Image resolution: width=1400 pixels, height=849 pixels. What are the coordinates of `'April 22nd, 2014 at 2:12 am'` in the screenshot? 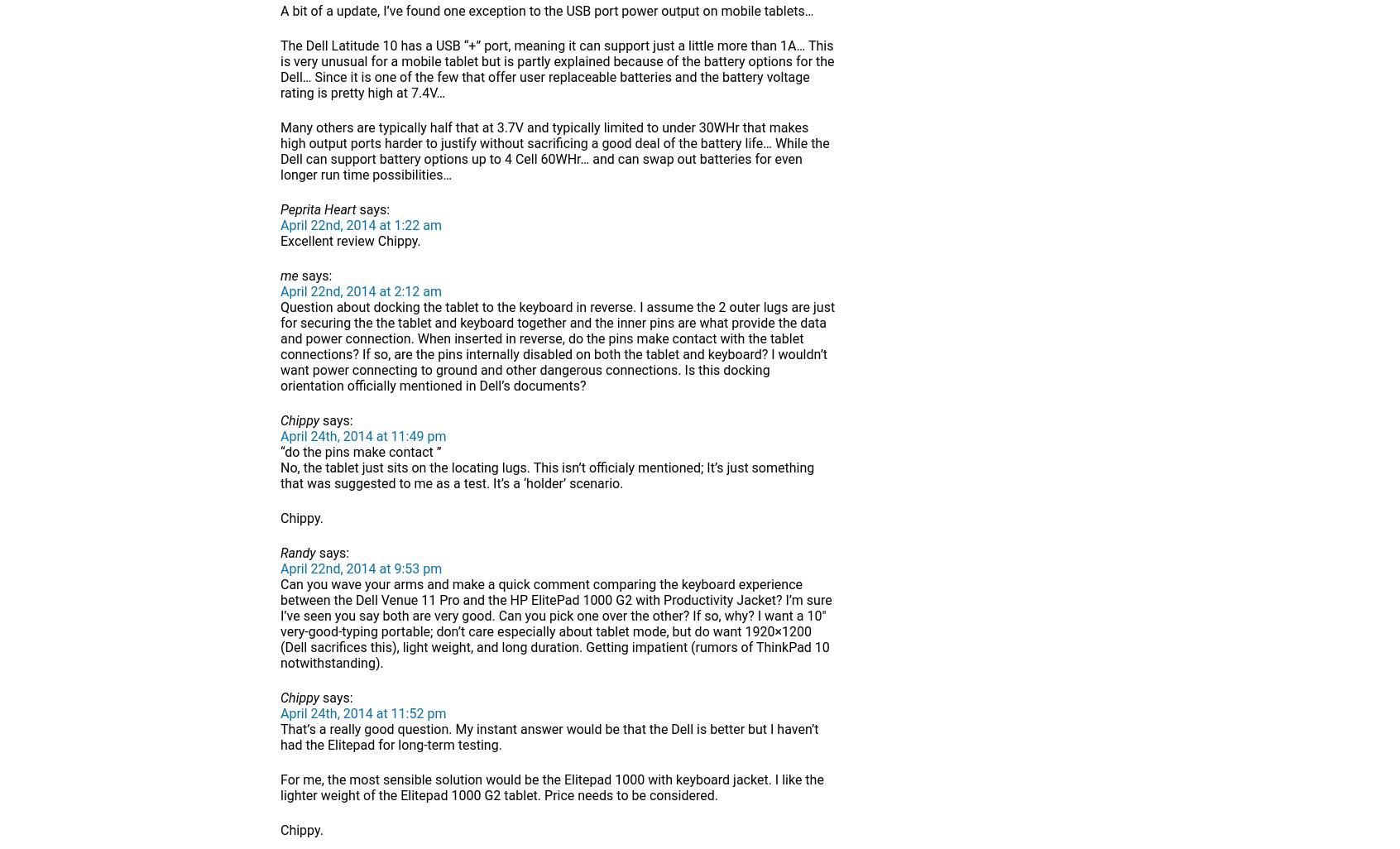 It's located at (360, 291).